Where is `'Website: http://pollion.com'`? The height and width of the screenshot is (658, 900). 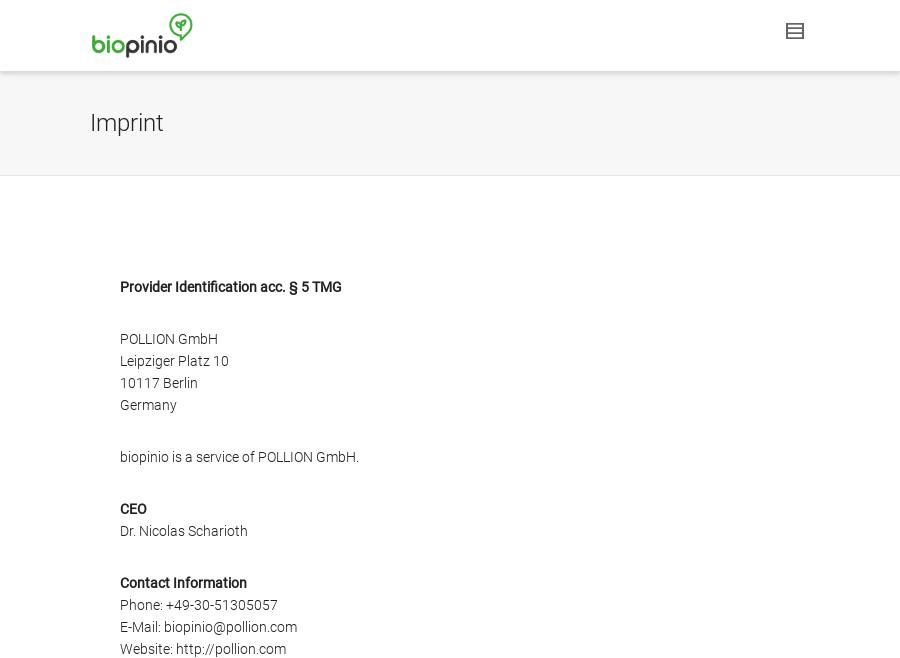 'Website: http://pollion.com' is located at coordinates (203, 646).